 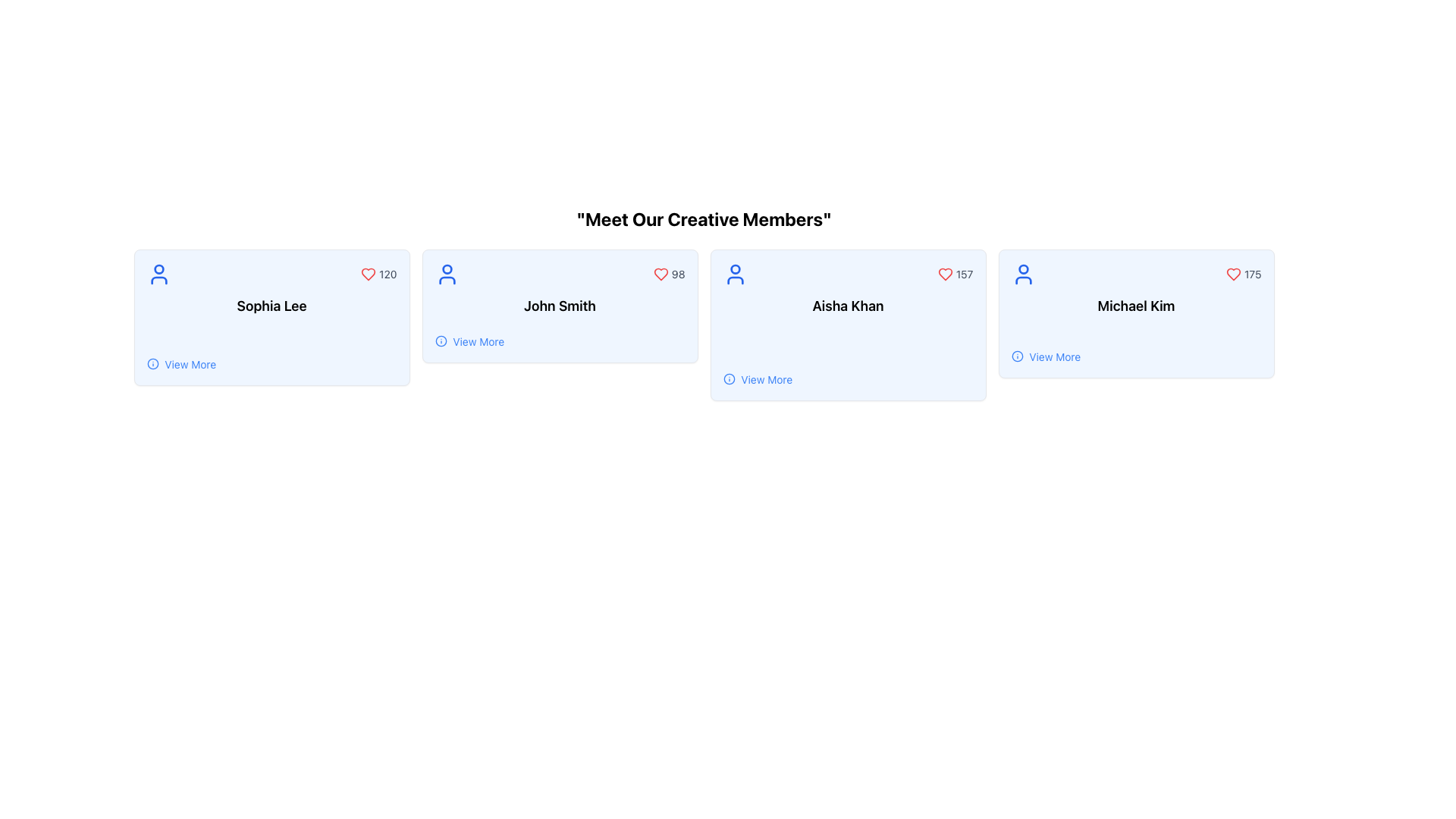 I want to click on the Informational Icon, which is a blue 'i' symbol located to the left of the 'View More' text link in the card associated with 'Michael Kim', so click(x=1017, y=356).